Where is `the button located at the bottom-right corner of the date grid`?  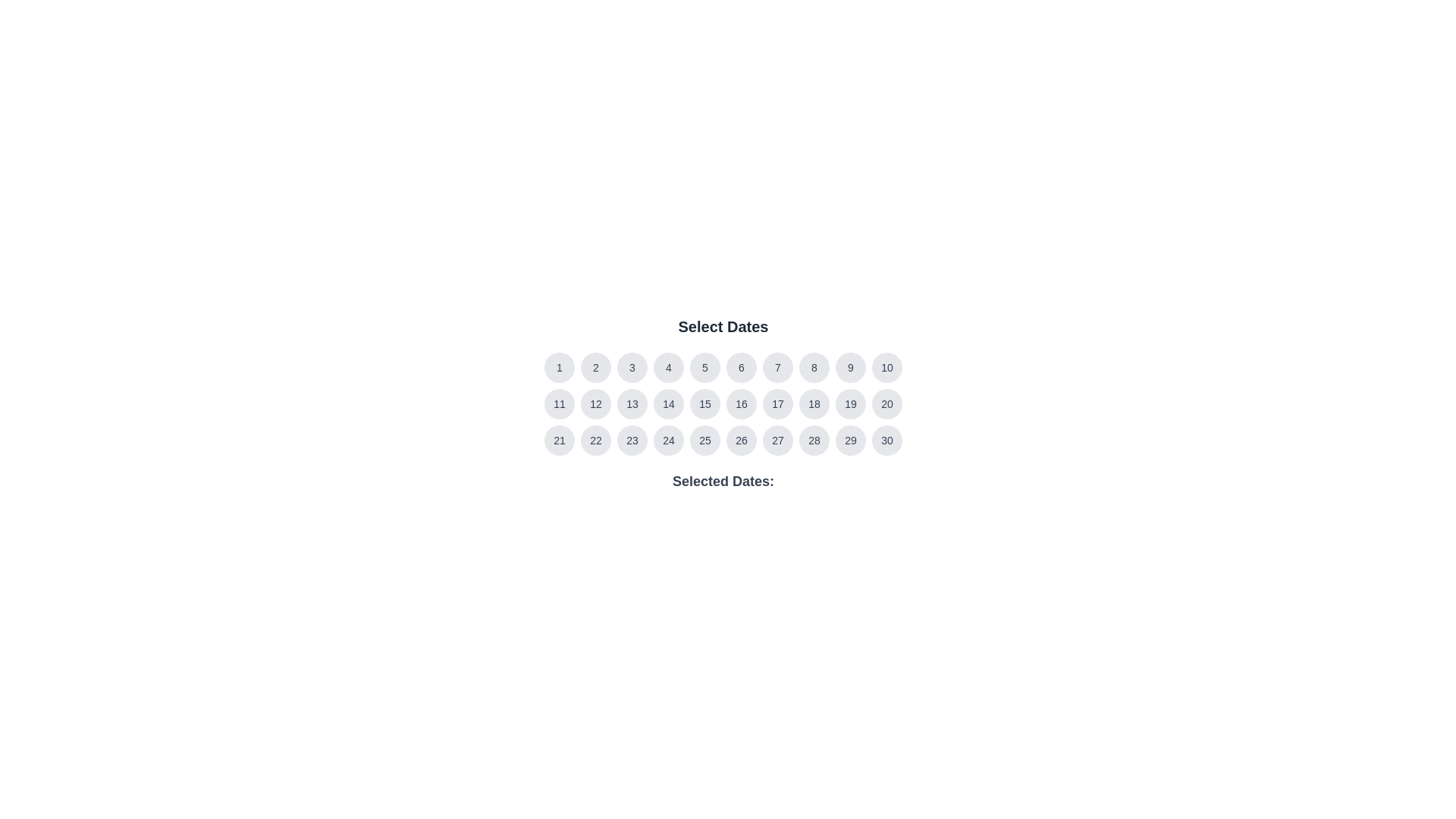 the button located at the bottom-right corner of the date grid is located at coordinates (887, 441).